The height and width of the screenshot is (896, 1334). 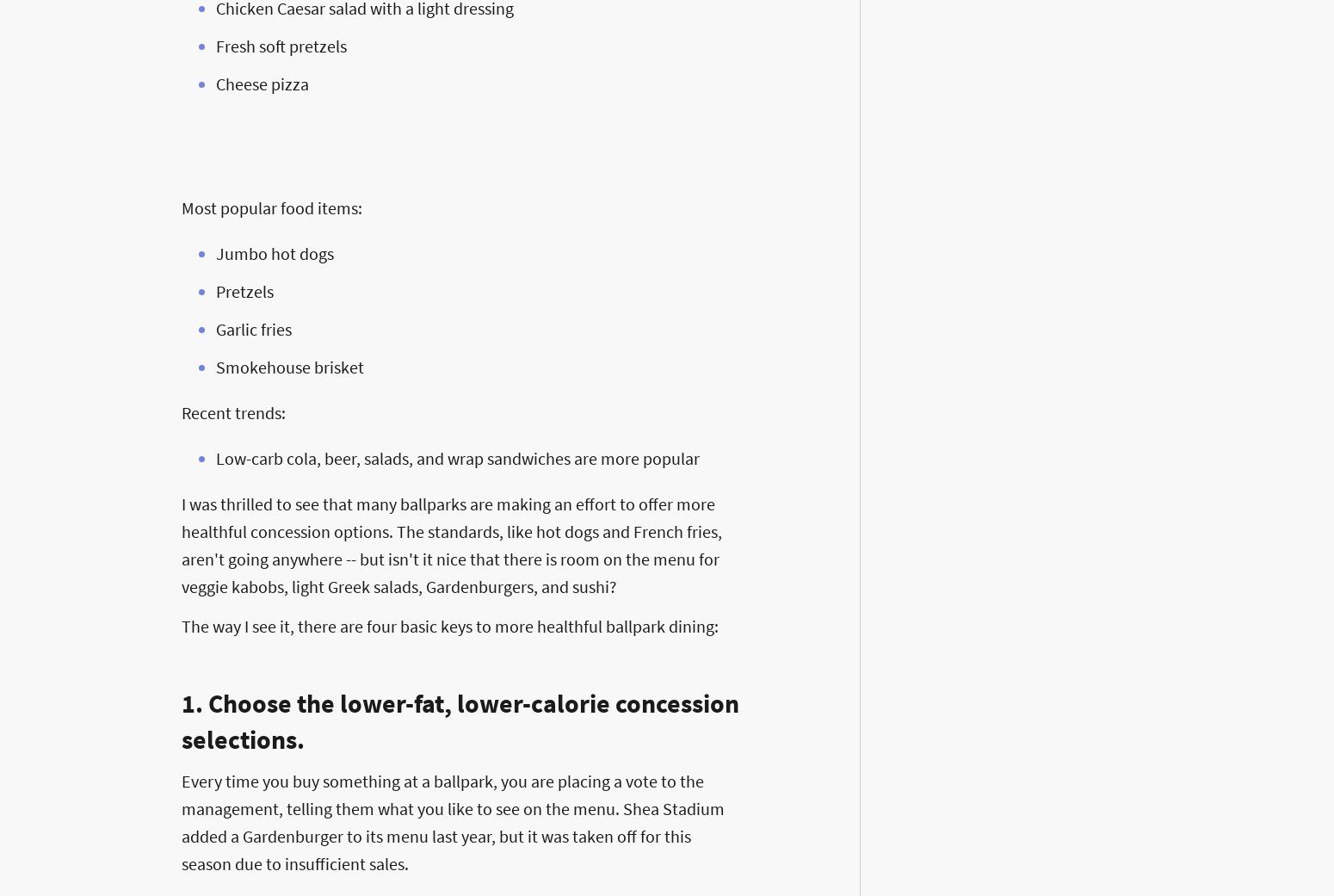 I want to click on 'I was thrilled to see that many ballparks are making an effort to offer more healthful concession options. The standards, like hot dogs and French fries, aren't going anywhere -- but isn't it nice that there is room on the menu for veggie kabobs, light Greek salads, Gardenburgers, and sushi?', so click(x=450, y=544).